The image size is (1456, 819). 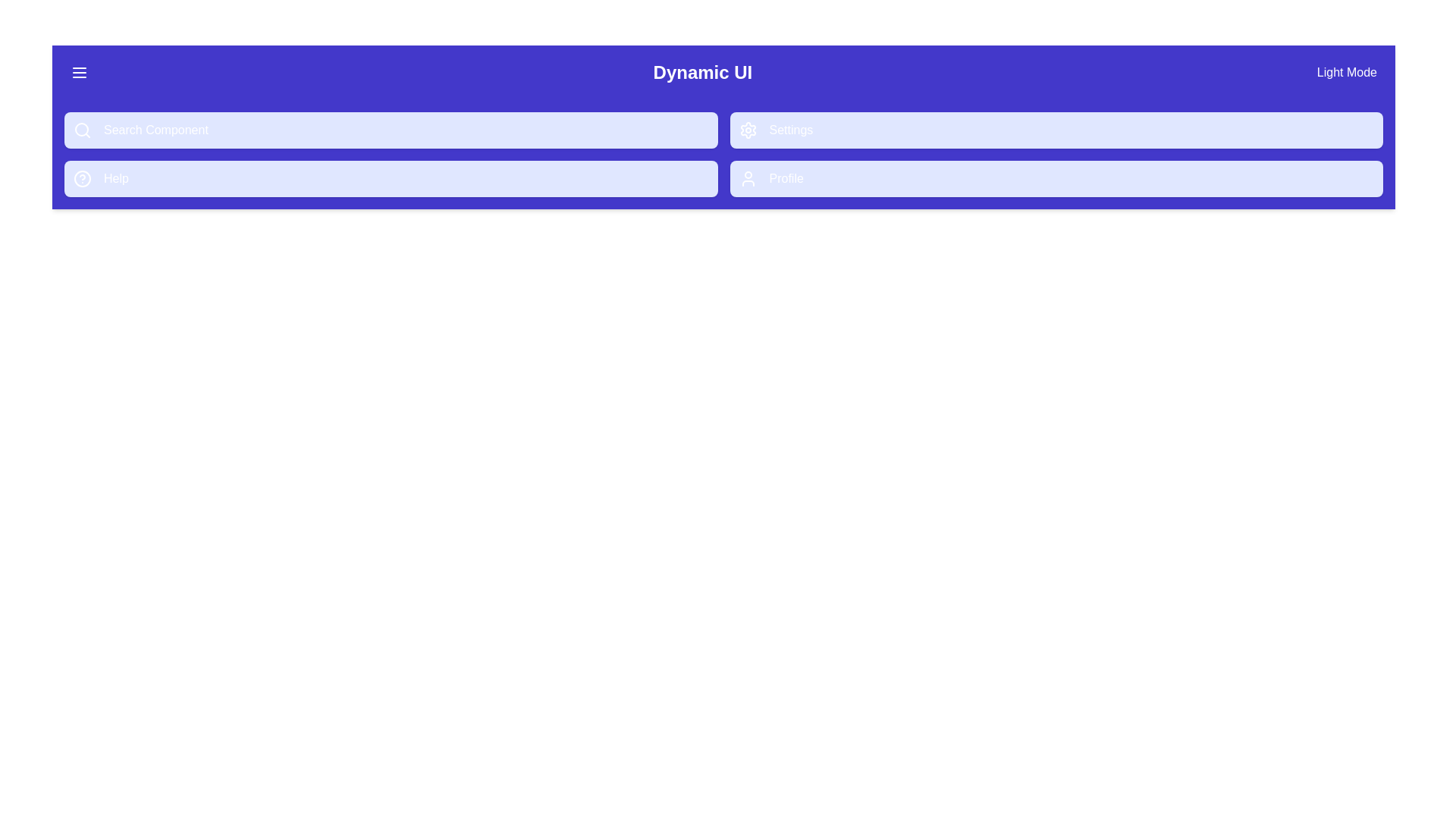 I want to click on the 'Light Mode' button to toggle the mode, so click(x=1347, y=73).